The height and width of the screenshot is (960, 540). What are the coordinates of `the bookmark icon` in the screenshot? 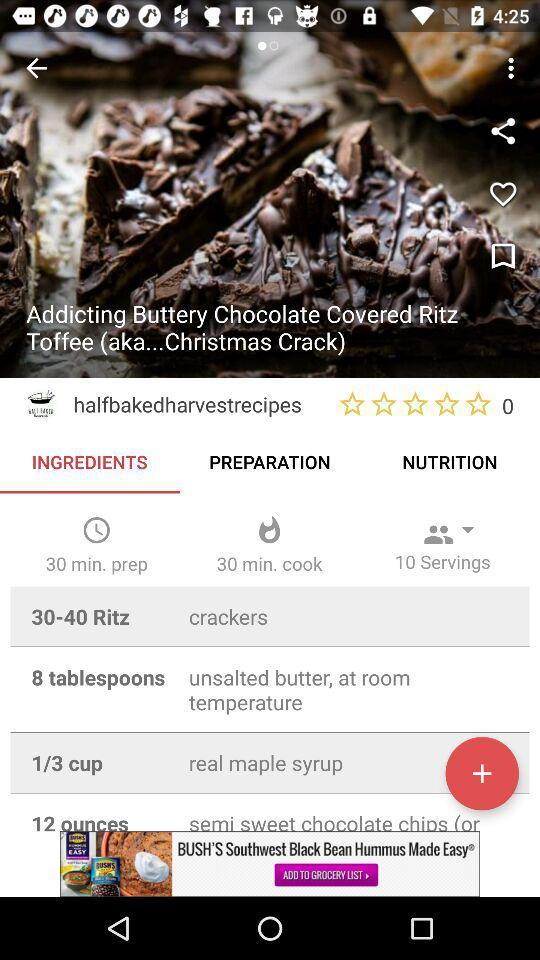 It's located at (502, 256).